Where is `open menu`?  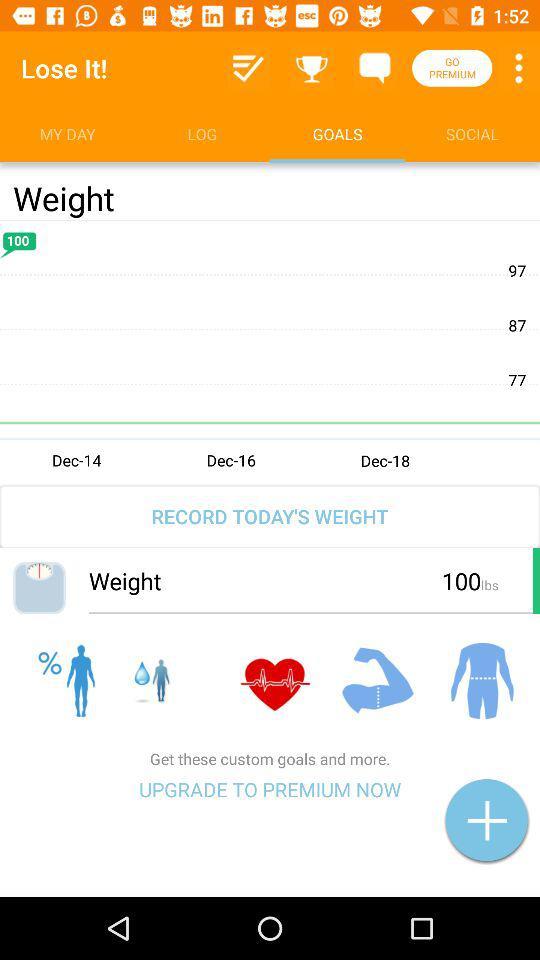
open menu is located at coordinates (518, 68).